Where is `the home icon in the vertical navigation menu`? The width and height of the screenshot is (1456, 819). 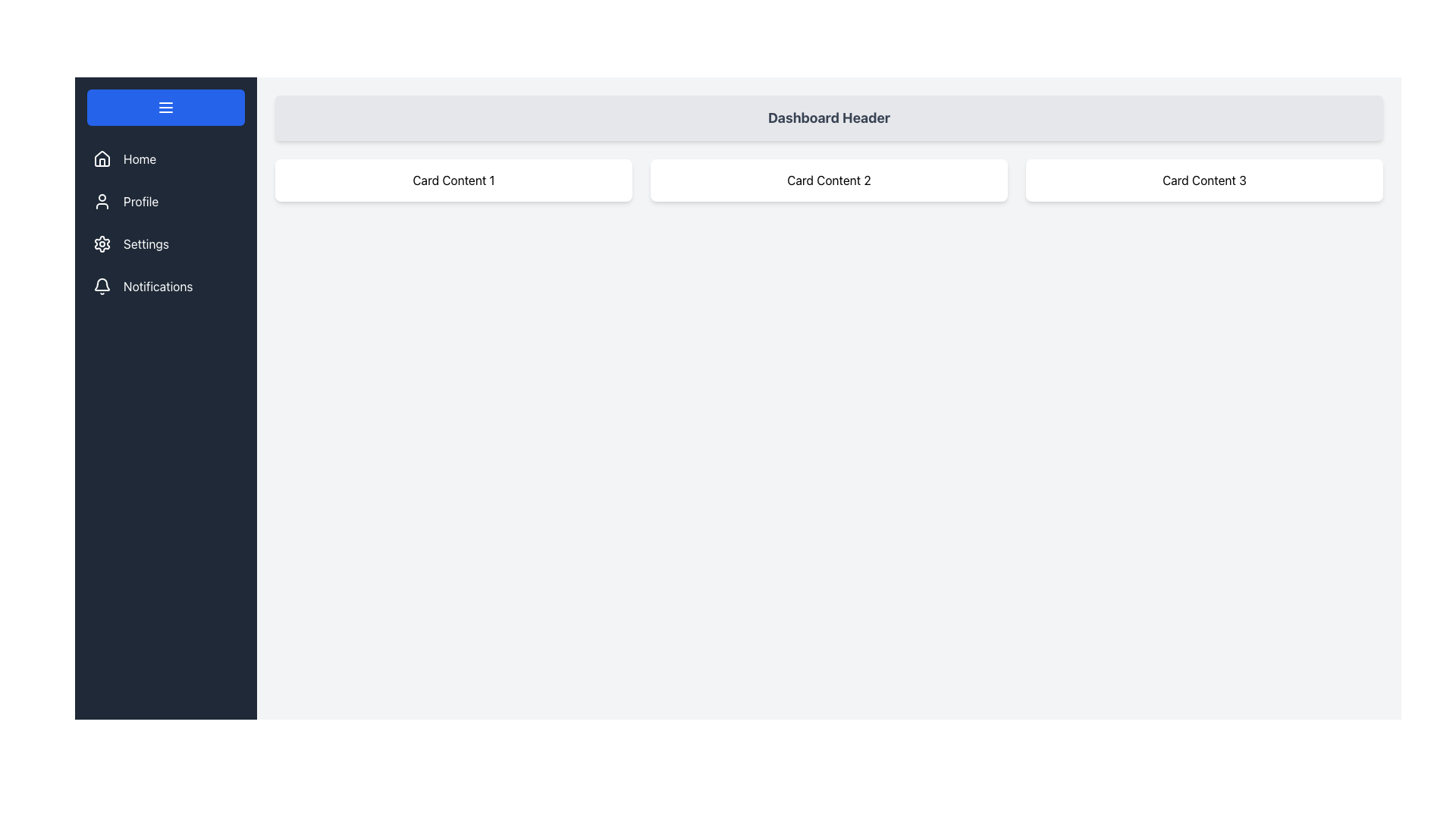
the home icon in the vertical navigation menu is located at coordinates (101, 158).